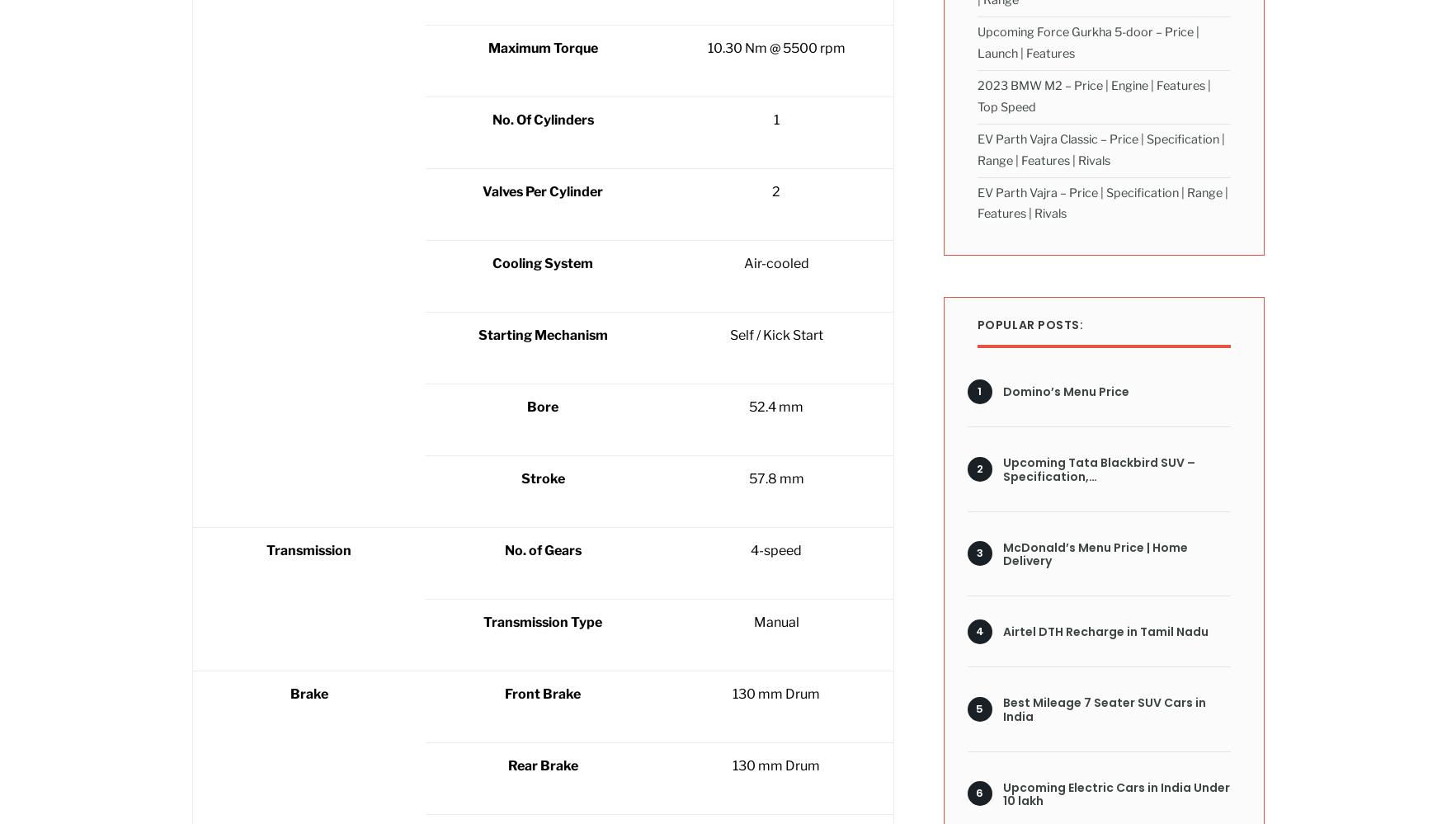  What do you see at coordinates (1104, 708) in the screenshot?
I see `'Best Mileage 7 Seater SUV Cars in India'` at bounding box center [1104, 708].